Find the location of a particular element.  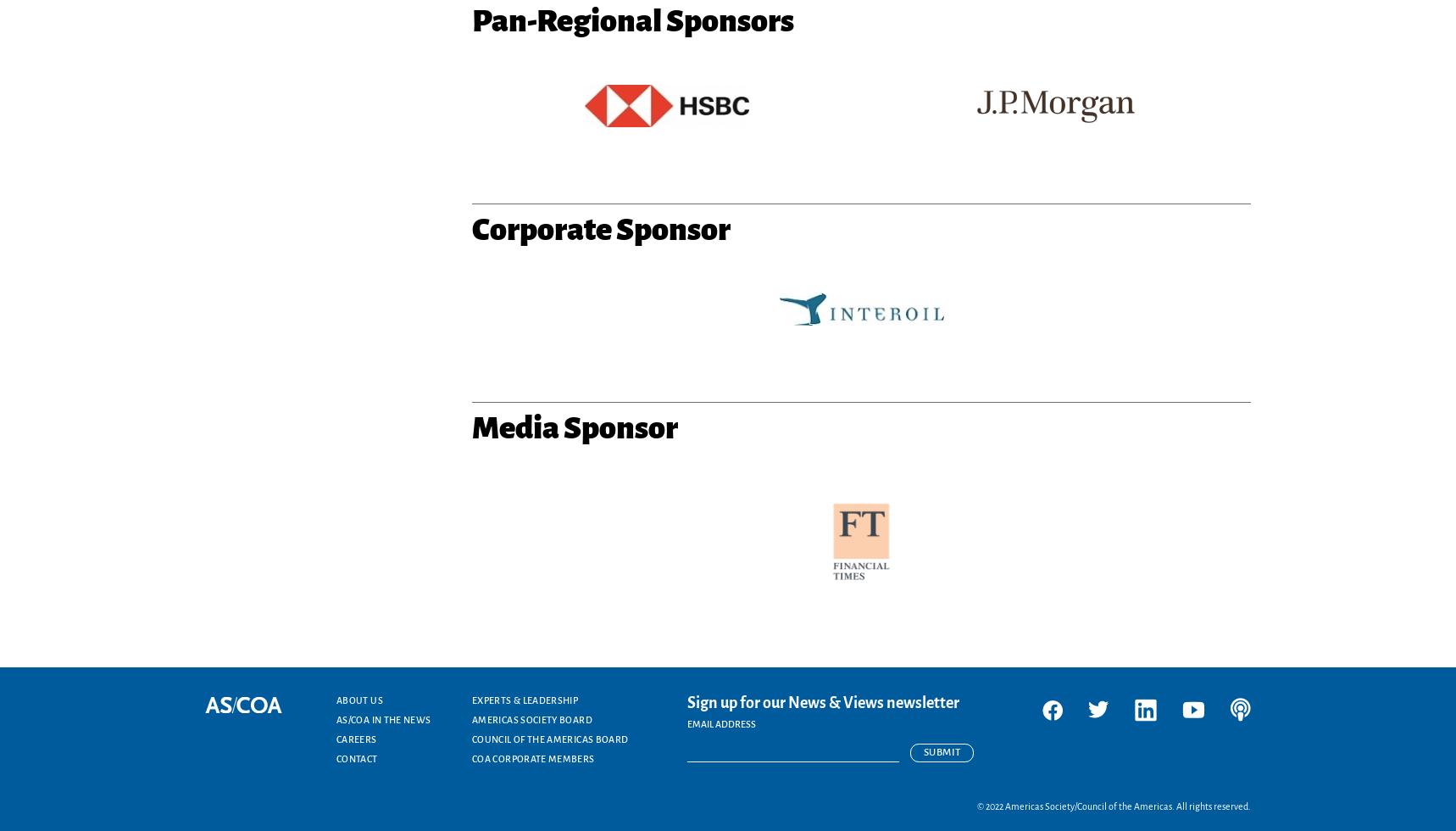

'Americas Society Board' is located at coordinates (470, 718).